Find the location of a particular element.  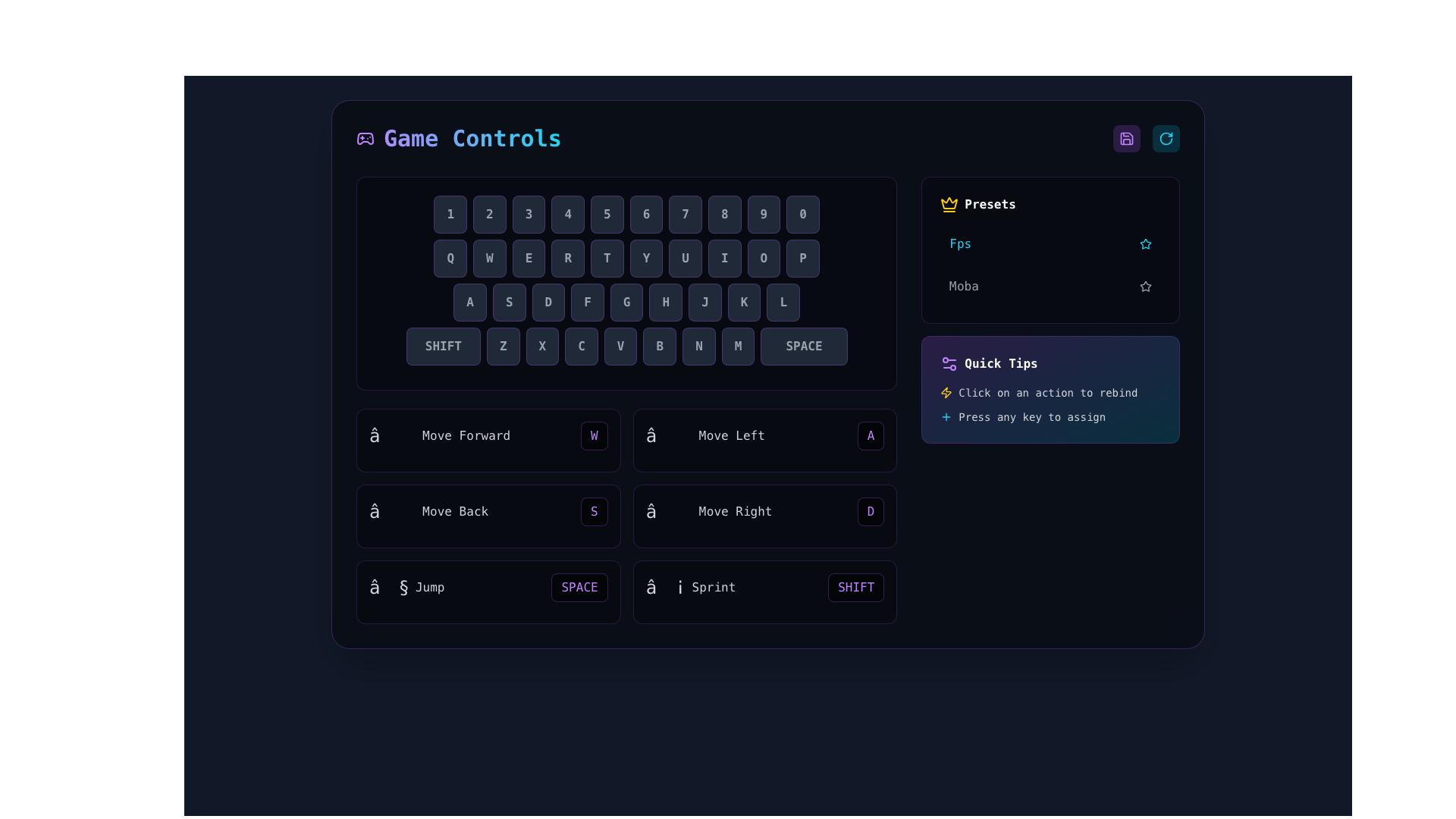

the rectangular button with a dark gray background and a bold gray 'X' centered on it, located between the 'Z' and 'C' buttons is located at coordinates (542, 346).